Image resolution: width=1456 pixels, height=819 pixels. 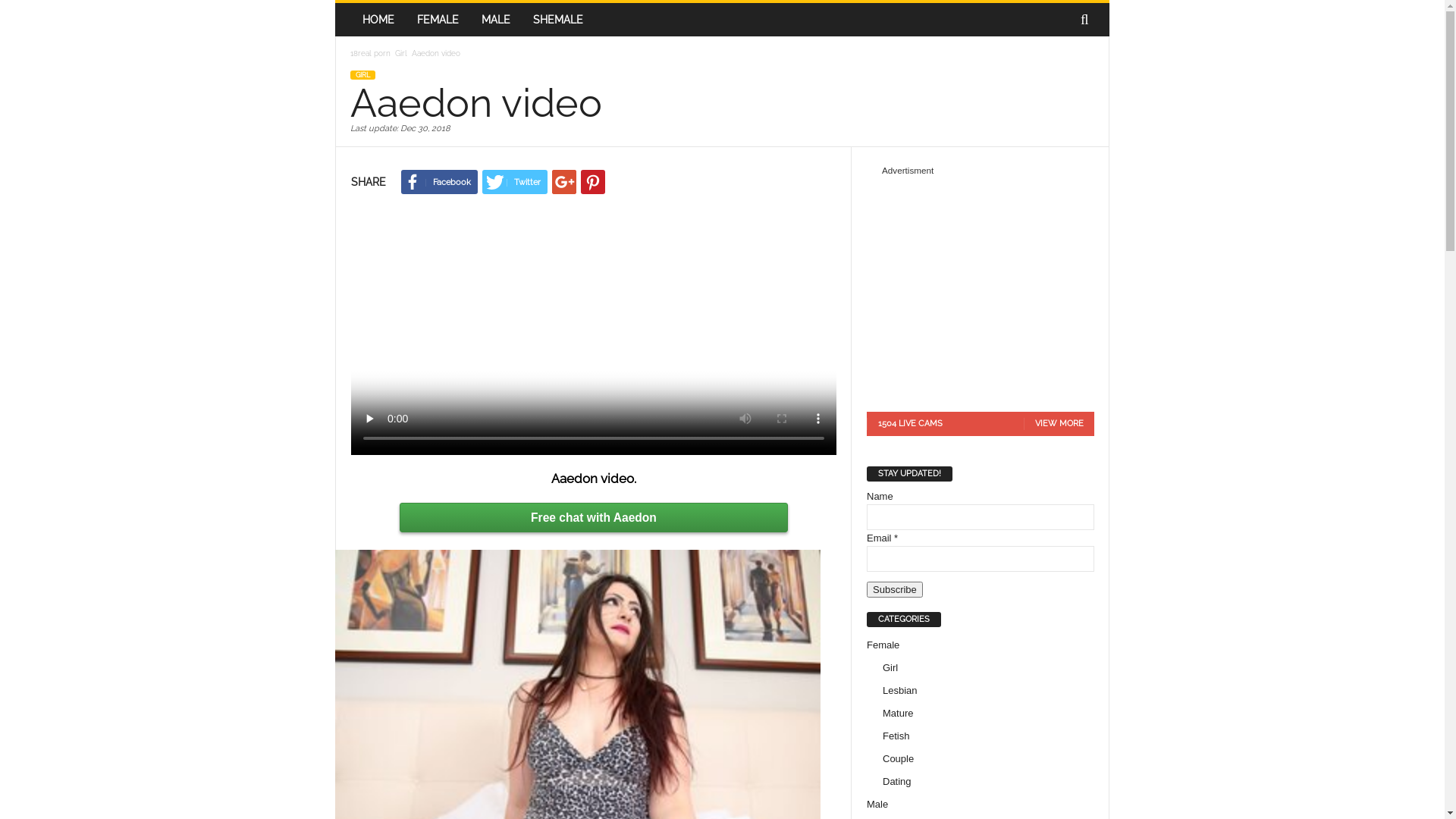 I want to click on 'Dating', so click(x=882, y=781).